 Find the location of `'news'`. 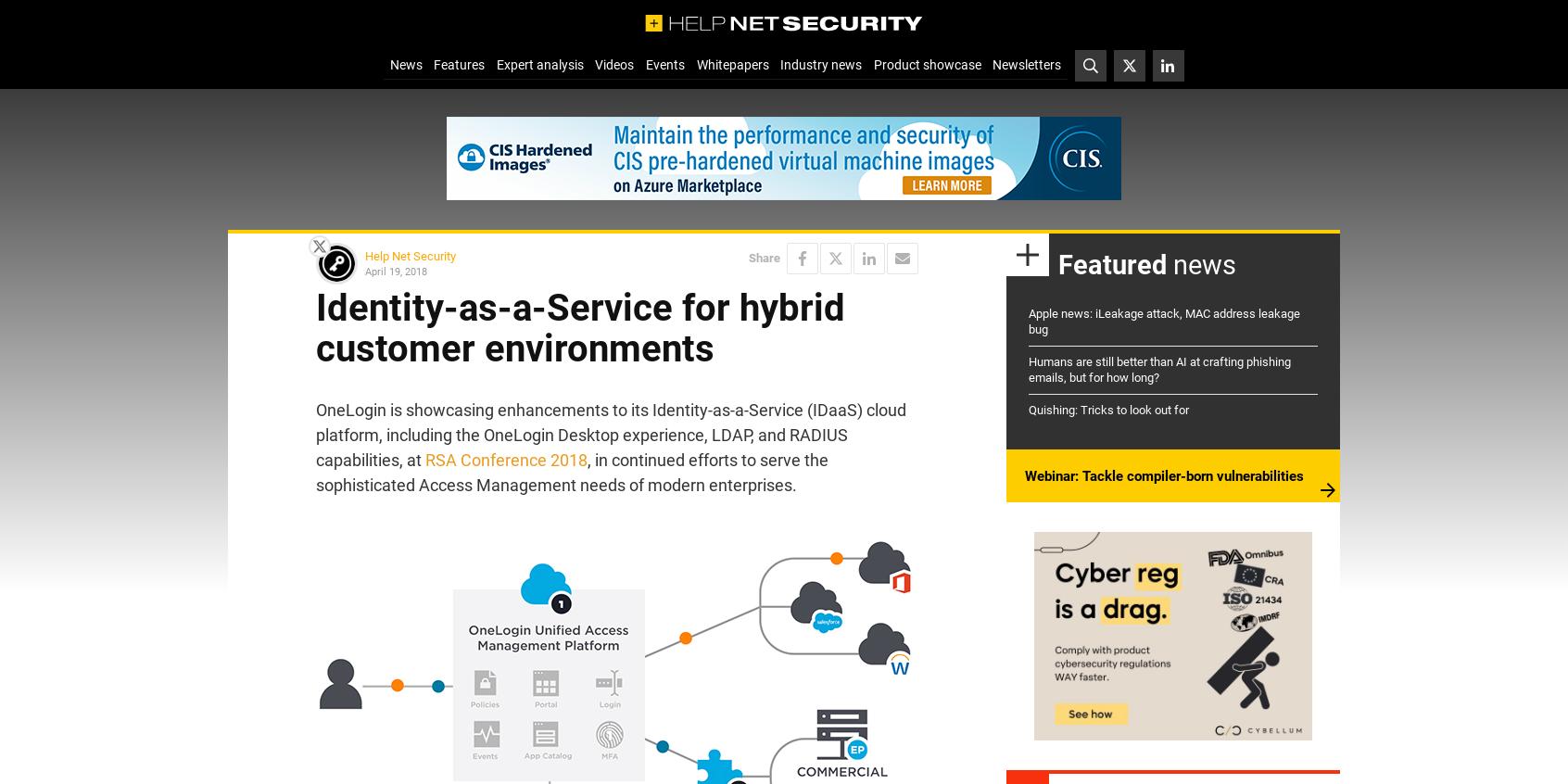

'news' is located at coordinates (1200, 263).